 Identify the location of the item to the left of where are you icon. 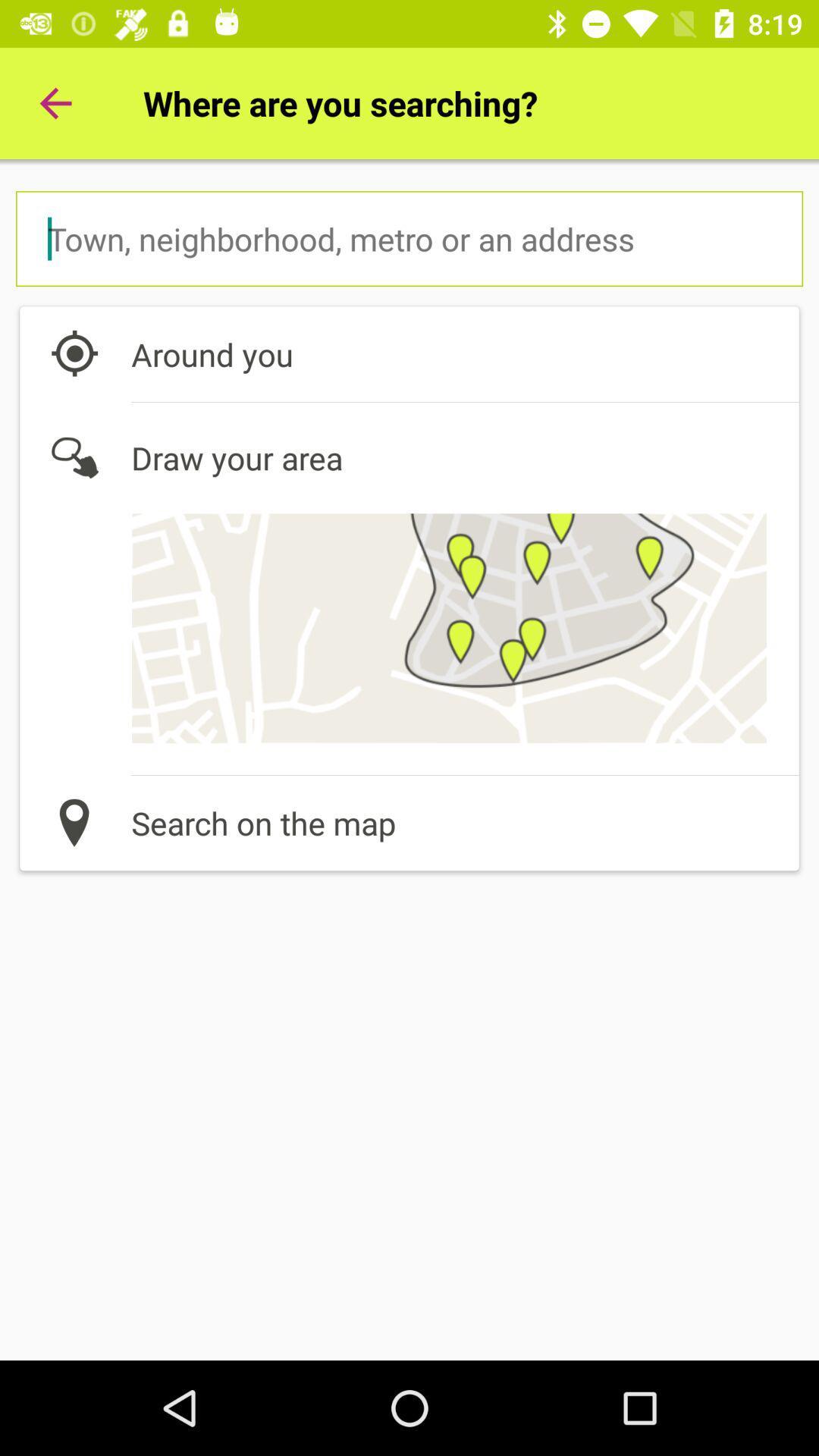
(55, 102).